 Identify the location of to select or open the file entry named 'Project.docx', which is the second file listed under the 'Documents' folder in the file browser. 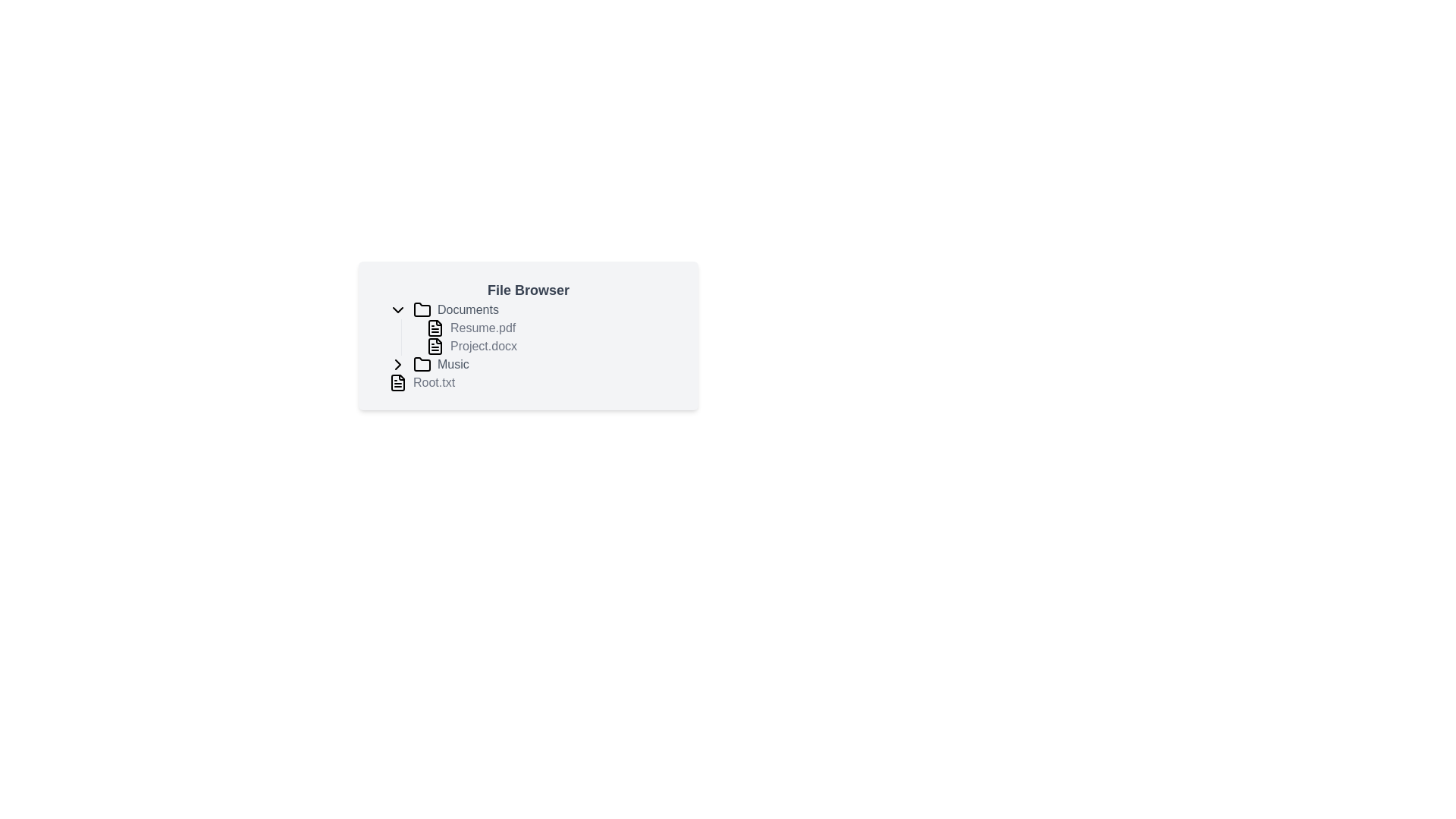
(471, 346).